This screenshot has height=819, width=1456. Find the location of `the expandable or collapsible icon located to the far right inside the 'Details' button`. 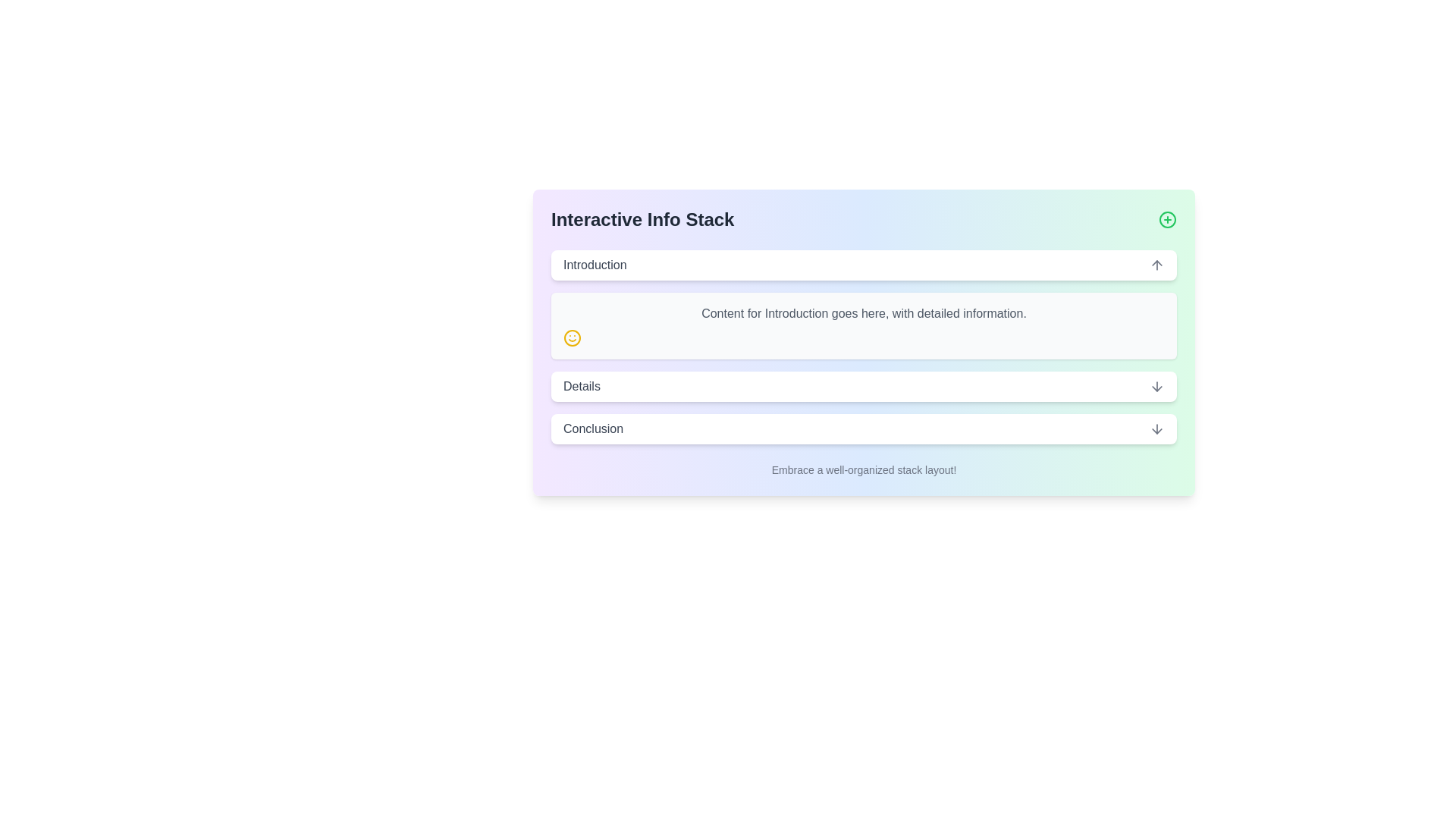

the expandable or collapsible icon located to the far right inside the 'Details' button is located at coordinates (1156, 385).